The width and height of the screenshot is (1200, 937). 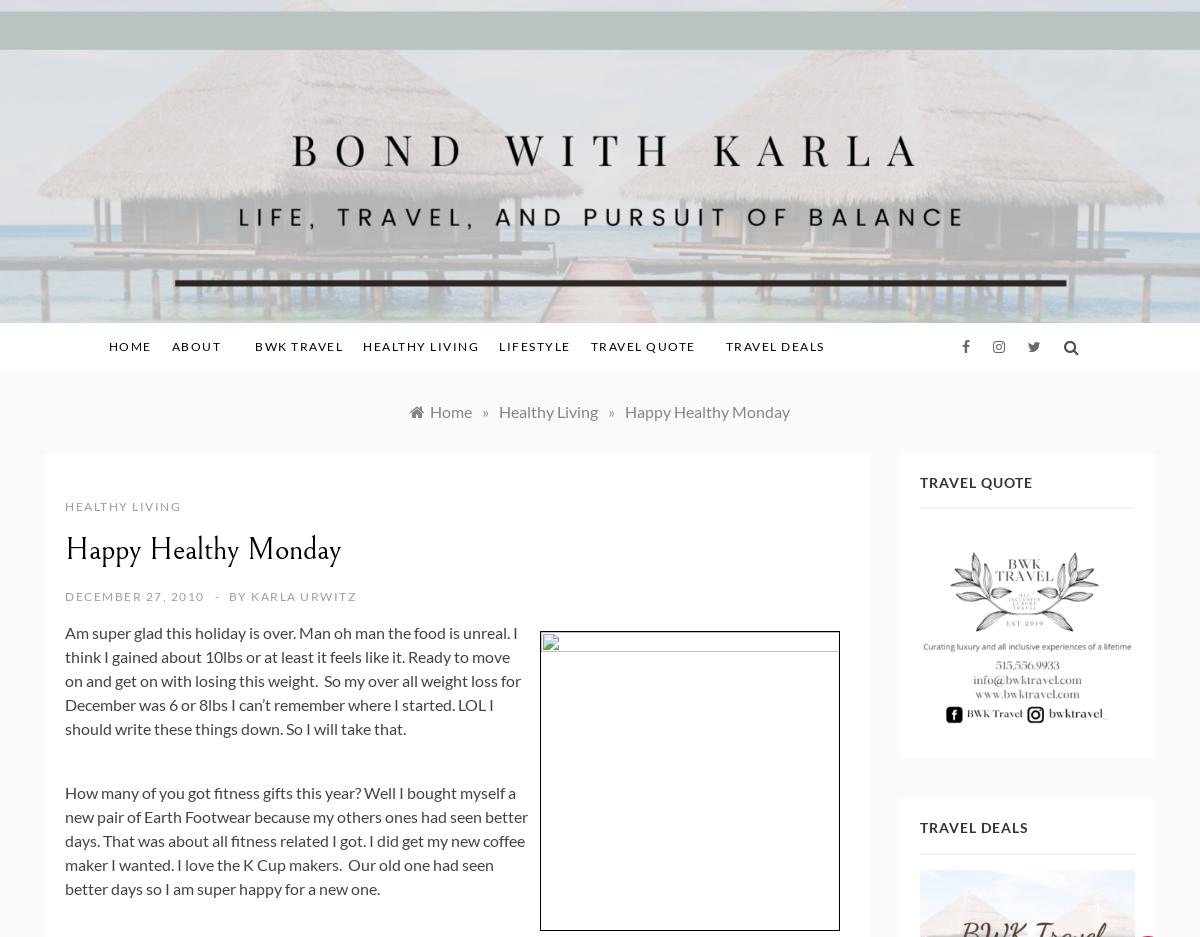 What do you see at coordinates (65, 679) in the screenshot?
I see `'Am super glad this holiday is over. Man oh man the food is unreal. I think I gained about 10lbs or at least it feels like it. Ready to move on and get on with losing this weight.  So my over all weight loss for December was 6 or 8lbs I can’t remember where I started. LOL I should write these things down. So I will take that.'` at bounding box center [65, 679].